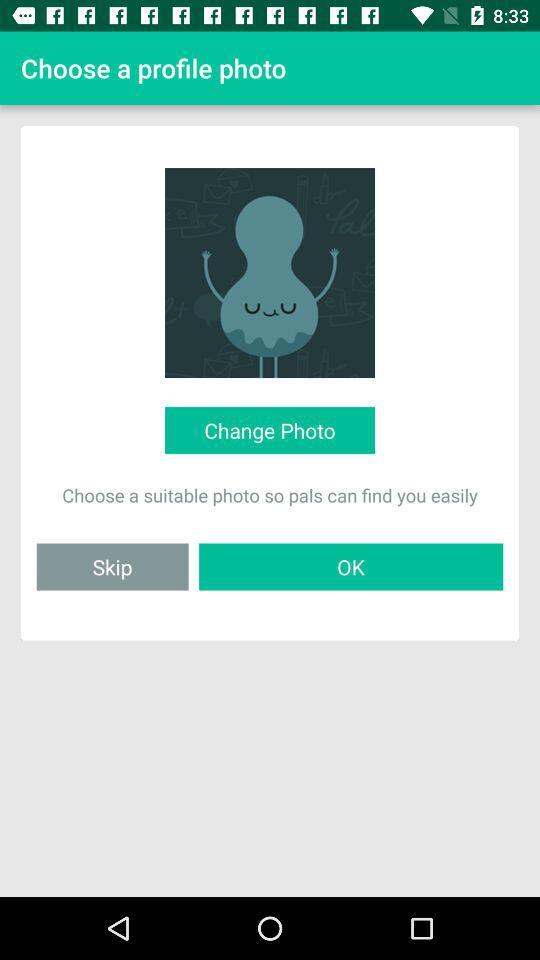  Describe the element at coordinates (350, 566) in the screenshot. I see `the ok icon` at that location.